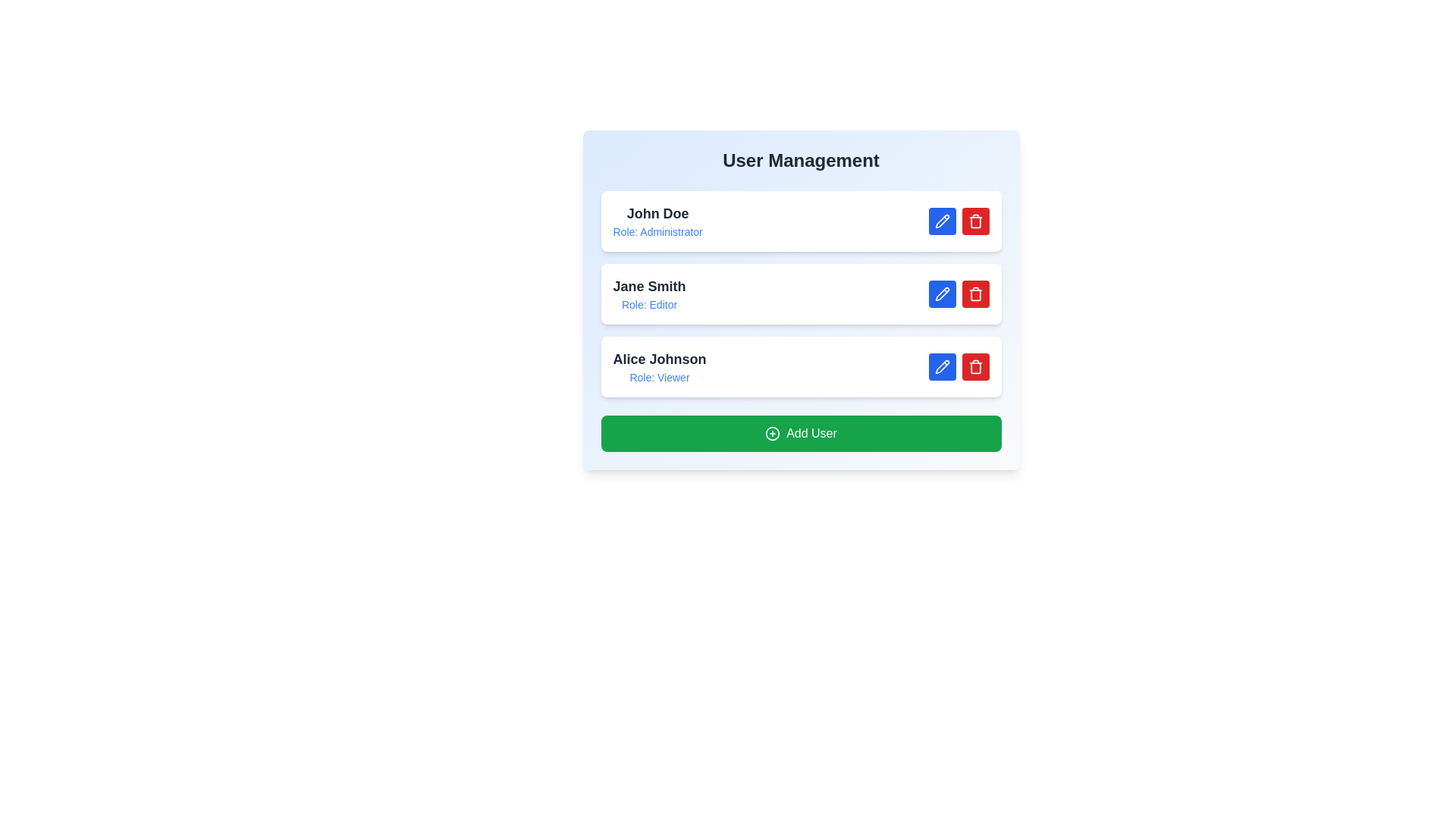  I want to click on delete button for the user John Doe to remove them from the list, so click(975, 221).